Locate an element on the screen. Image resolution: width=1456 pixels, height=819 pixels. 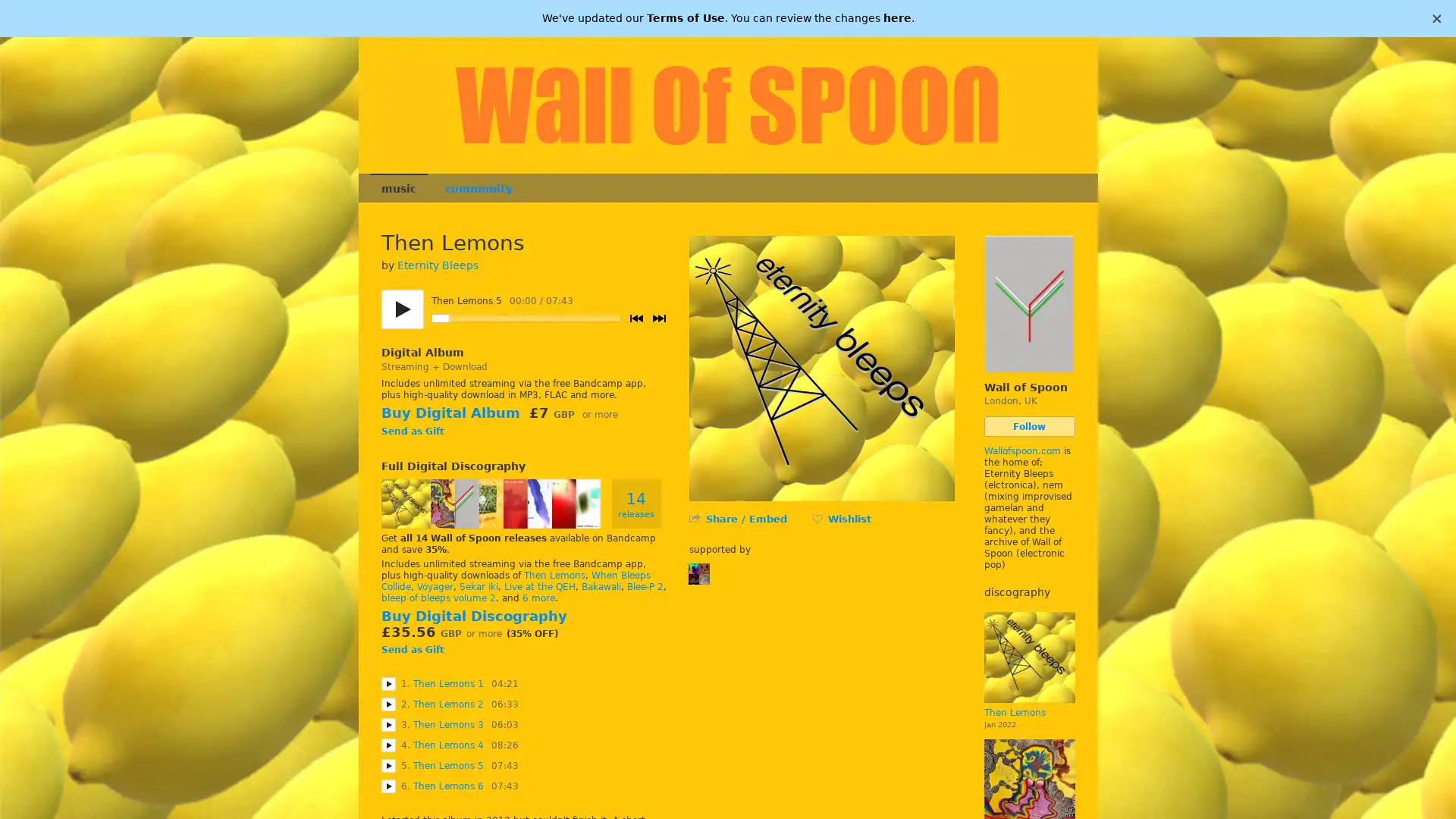
Follow is located at coordinates (1029, 426).